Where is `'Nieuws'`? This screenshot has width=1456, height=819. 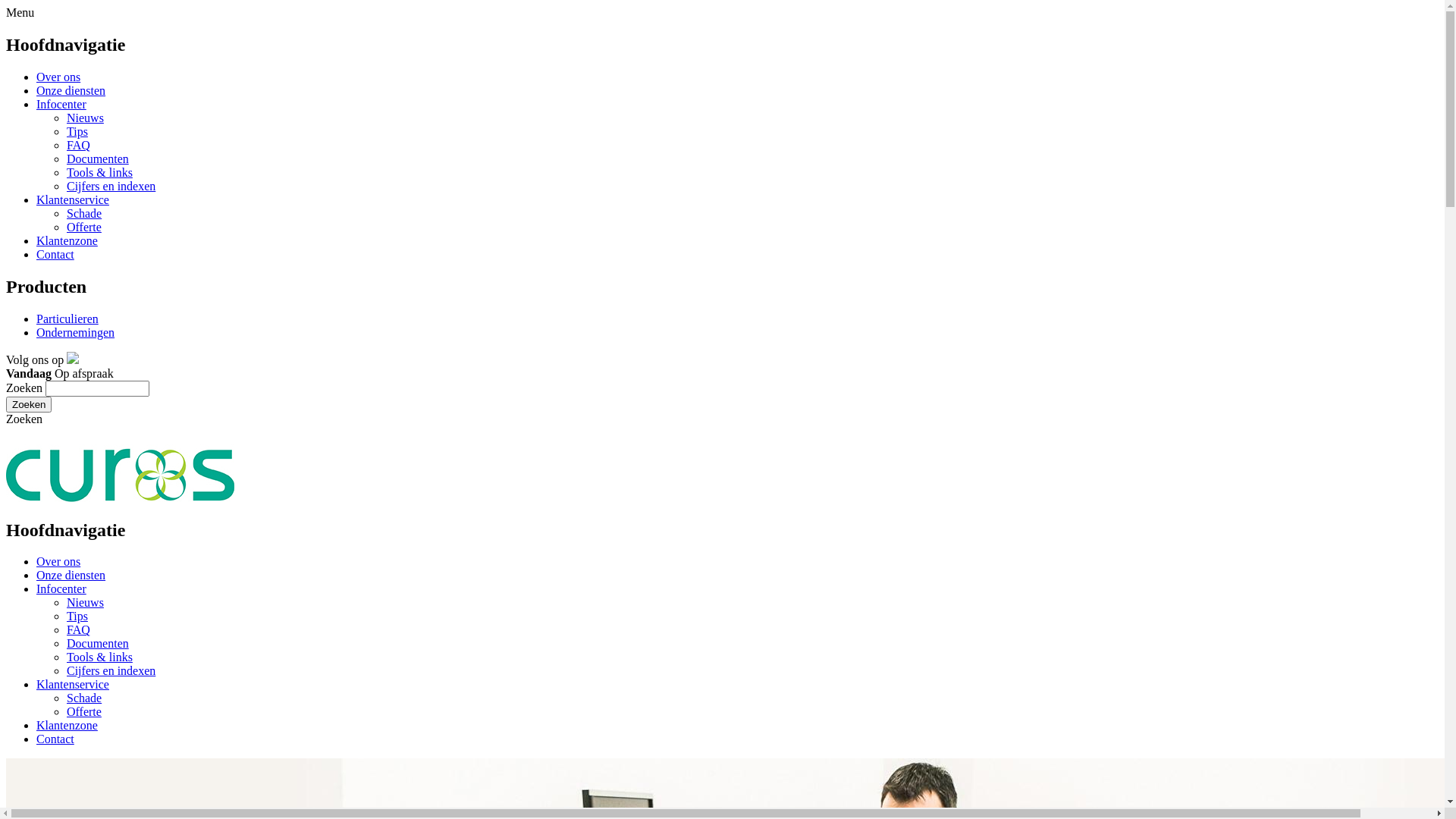 'Nieuws' is located at coordinates (84, 601).